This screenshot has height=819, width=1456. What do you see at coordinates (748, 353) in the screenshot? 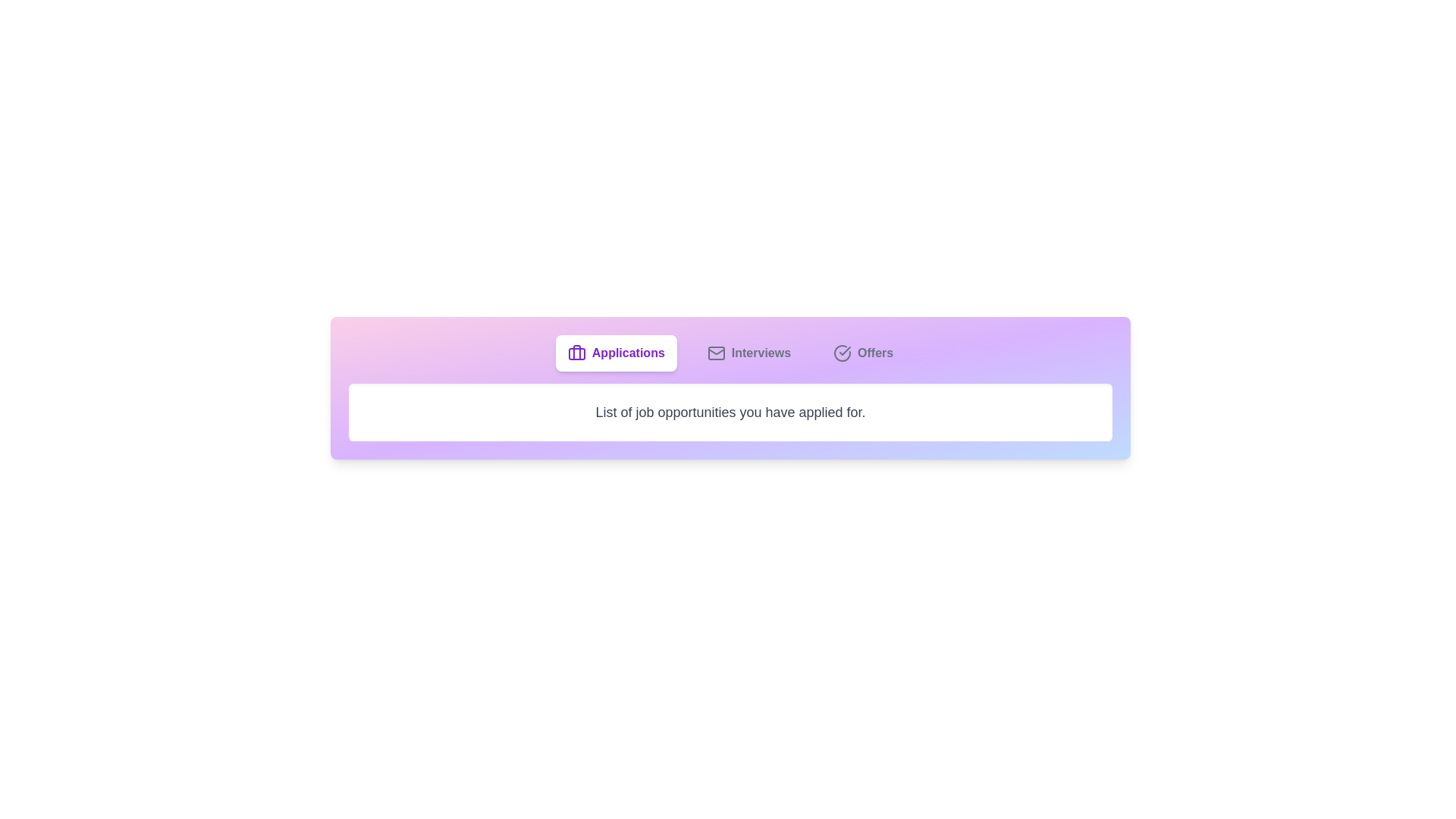
I see `the tab labeled Interviews to switch to its content` at bounding box center [748, 353].